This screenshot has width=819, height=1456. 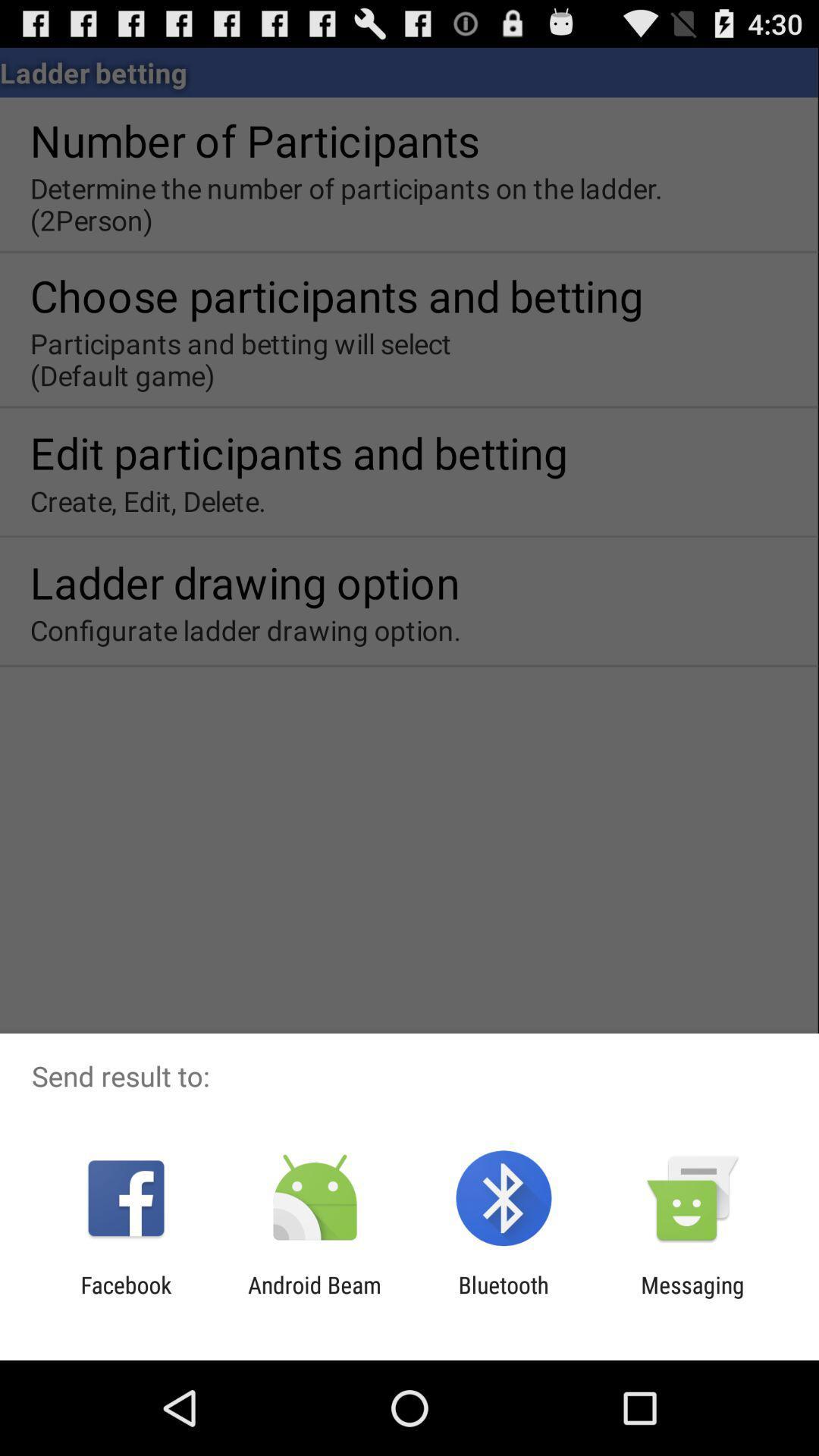 I want to click on messaging icon, so click(x=692, y=1298).